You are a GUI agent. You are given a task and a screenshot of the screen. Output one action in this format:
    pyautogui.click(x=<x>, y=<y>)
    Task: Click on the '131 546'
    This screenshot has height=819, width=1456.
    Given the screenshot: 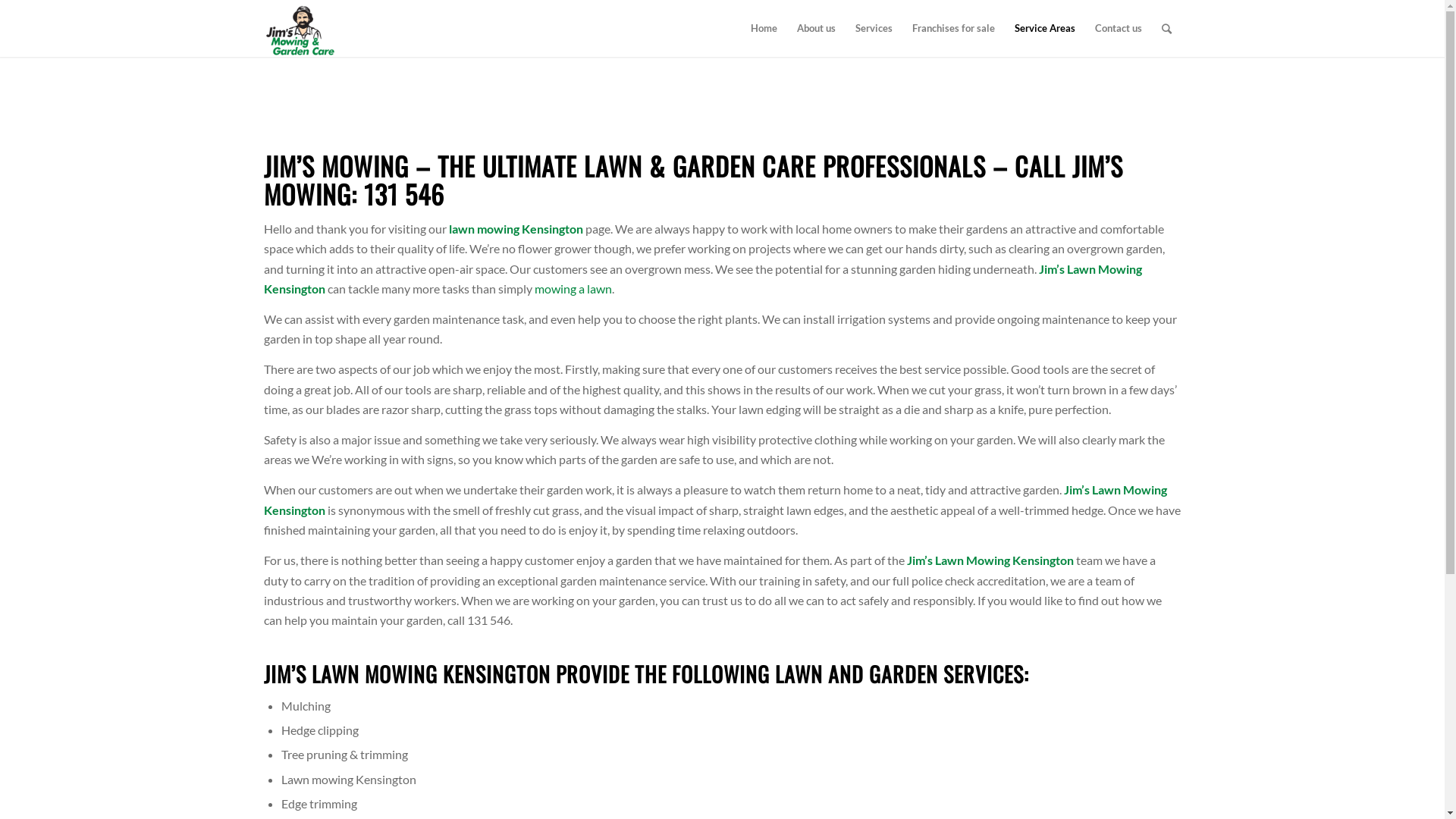 What is the action you would take?
    pyautogui.click(x=403, y=193)
    